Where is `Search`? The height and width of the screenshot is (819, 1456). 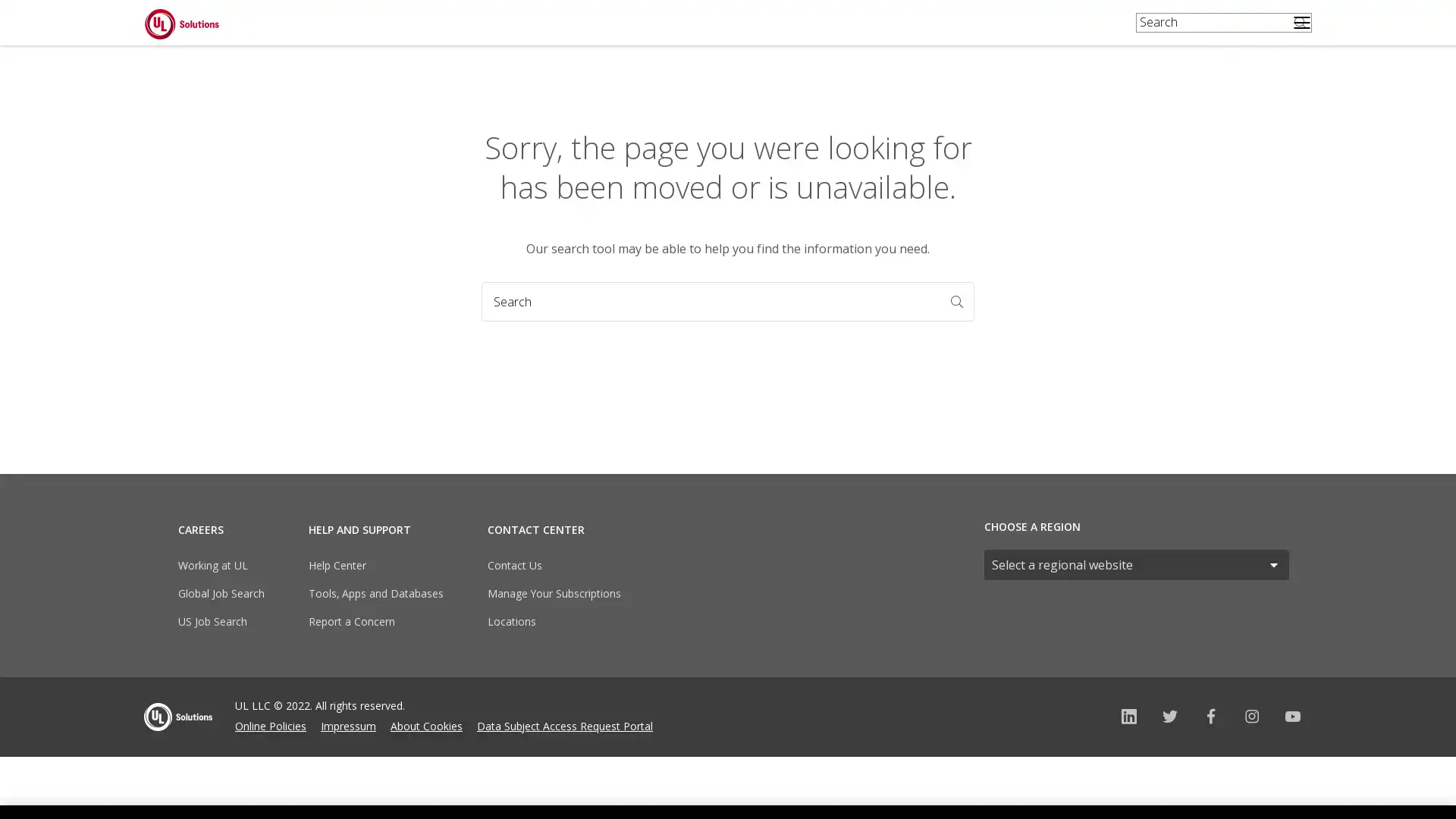 Search is located at coordinates (967, 312).